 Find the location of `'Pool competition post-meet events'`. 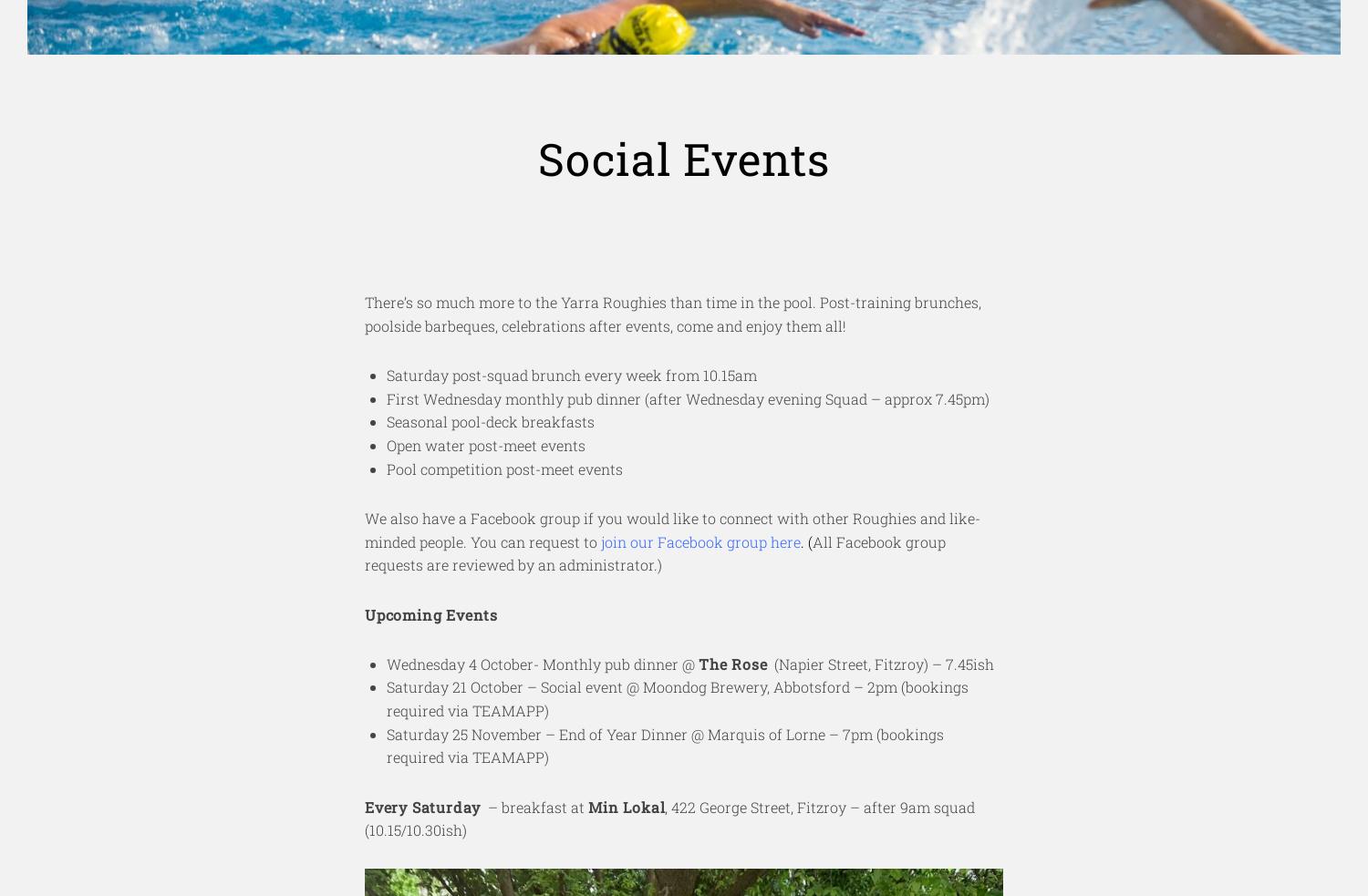

'Pool competition post-meet events' is located at coordinates (387, 468).